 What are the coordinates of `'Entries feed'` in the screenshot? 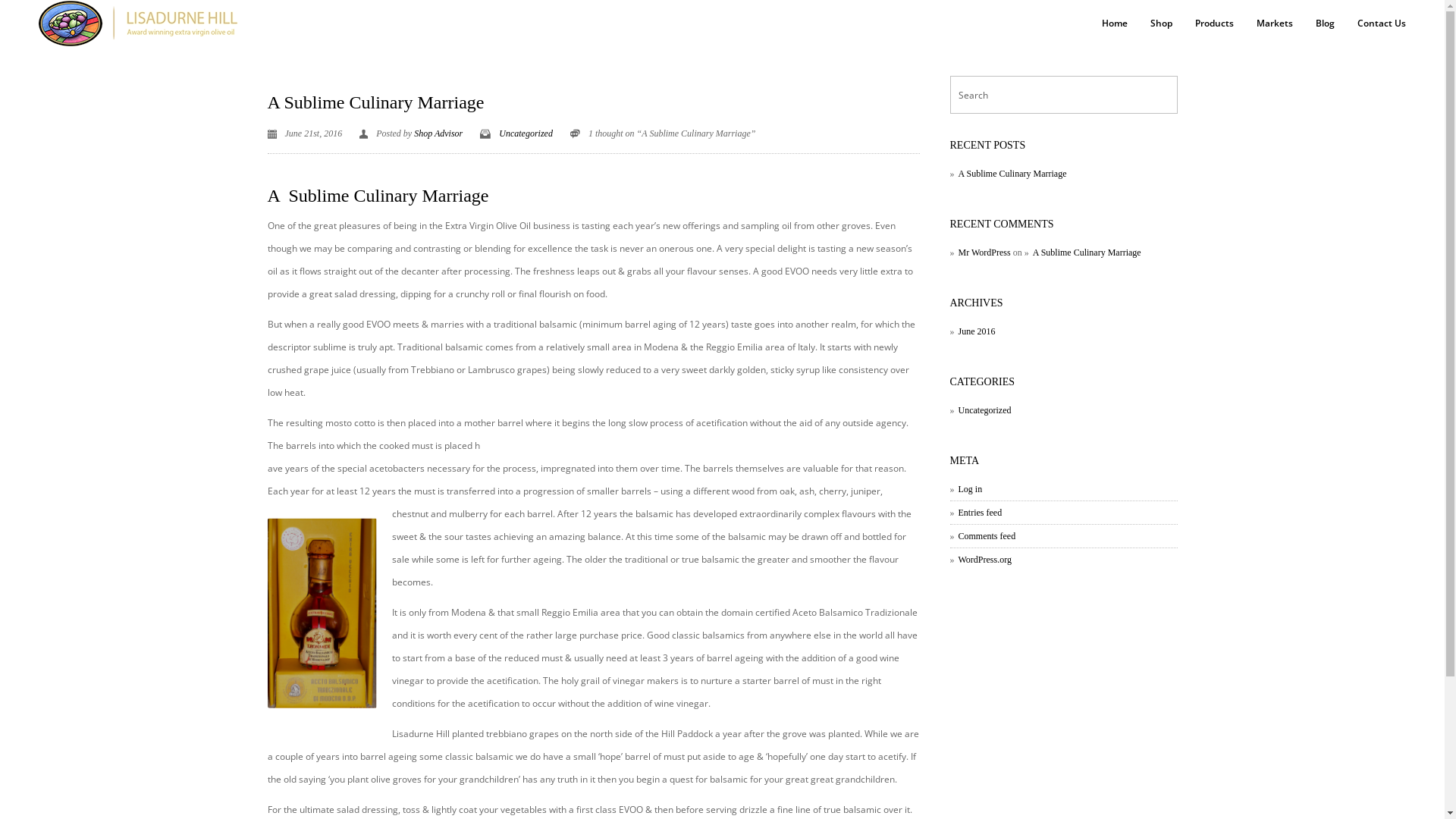 It's located at (975, 512).